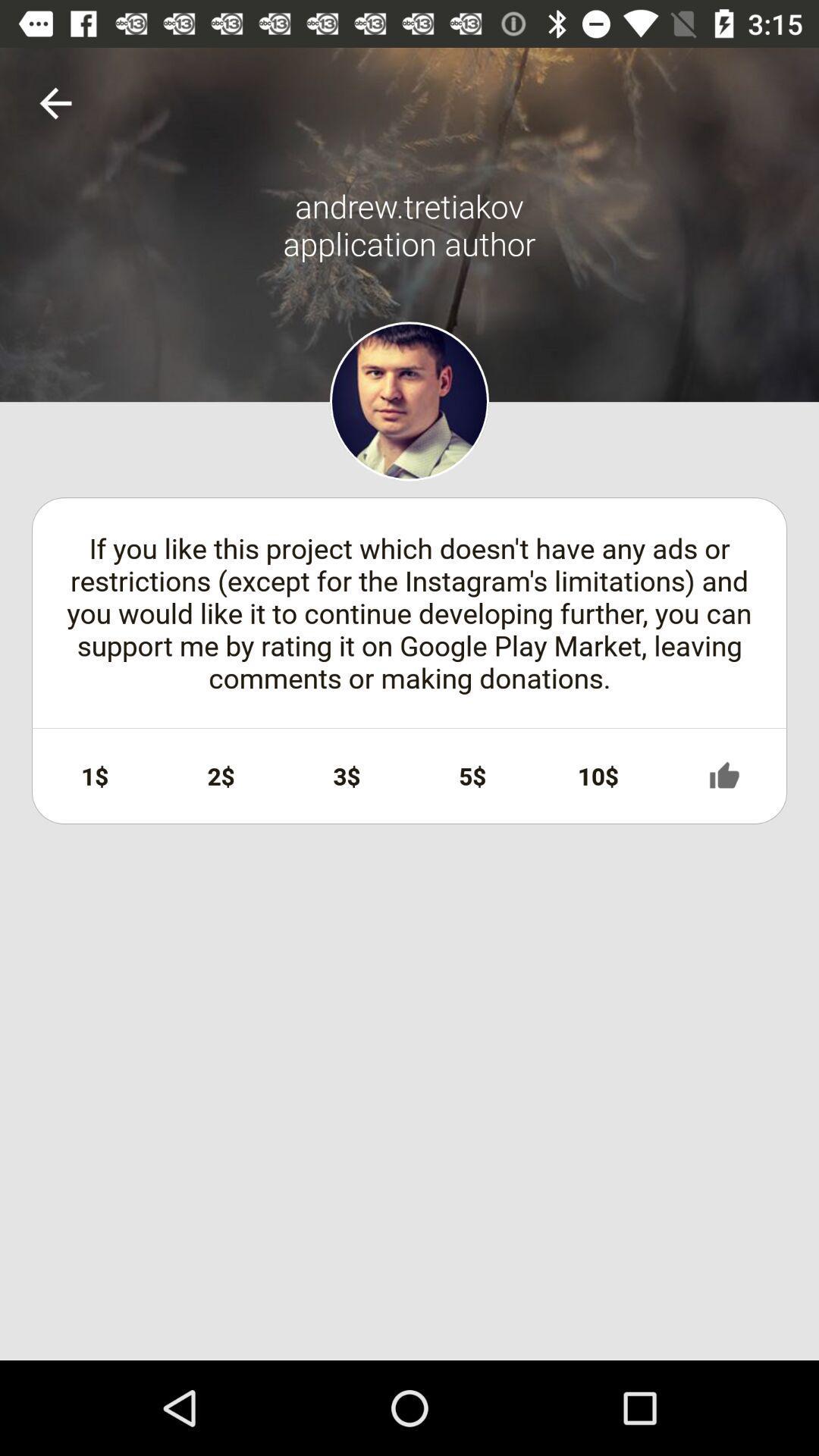 The image size is (819, 1456). What do you see at coordinates (472, 776) in the screenshot?
I see `item to the left of the 10$ item` at bounding box center [472, 776].